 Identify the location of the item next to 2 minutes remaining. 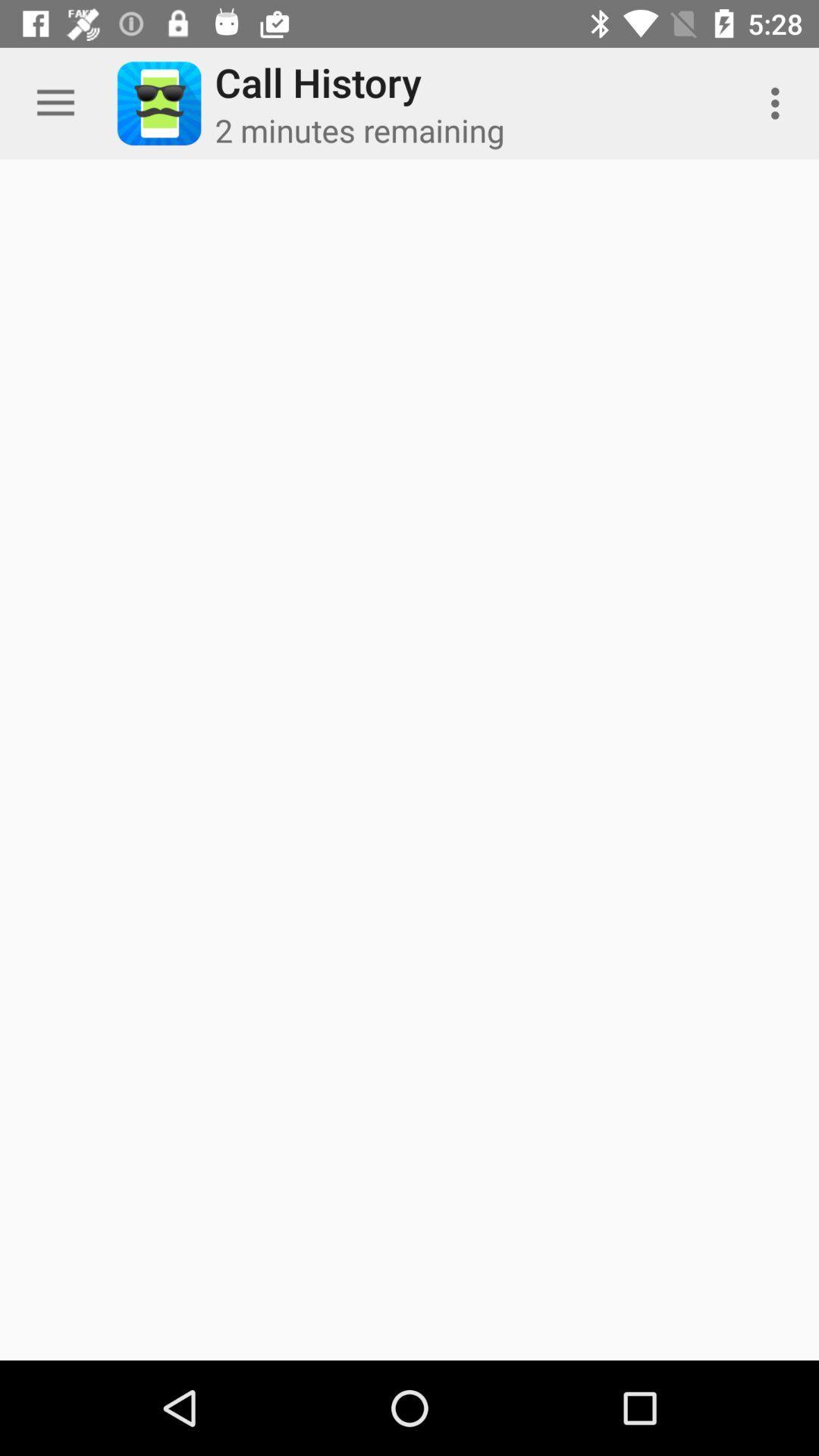
(779, 102).